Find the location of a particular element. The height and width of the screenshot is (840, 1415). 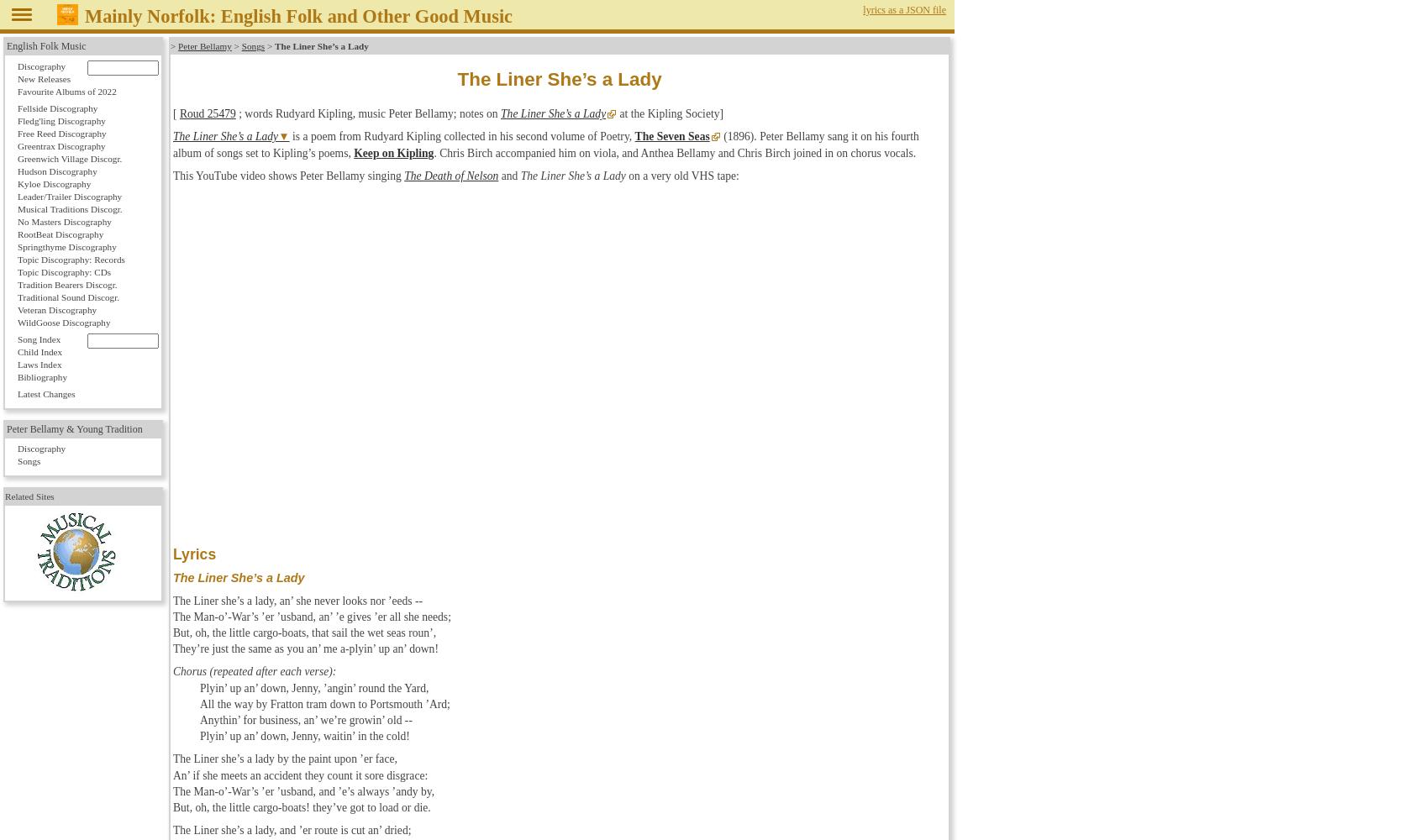

'An’ if she meets an accident they count it sore disgrace:' is located at coordinates (300, 774).